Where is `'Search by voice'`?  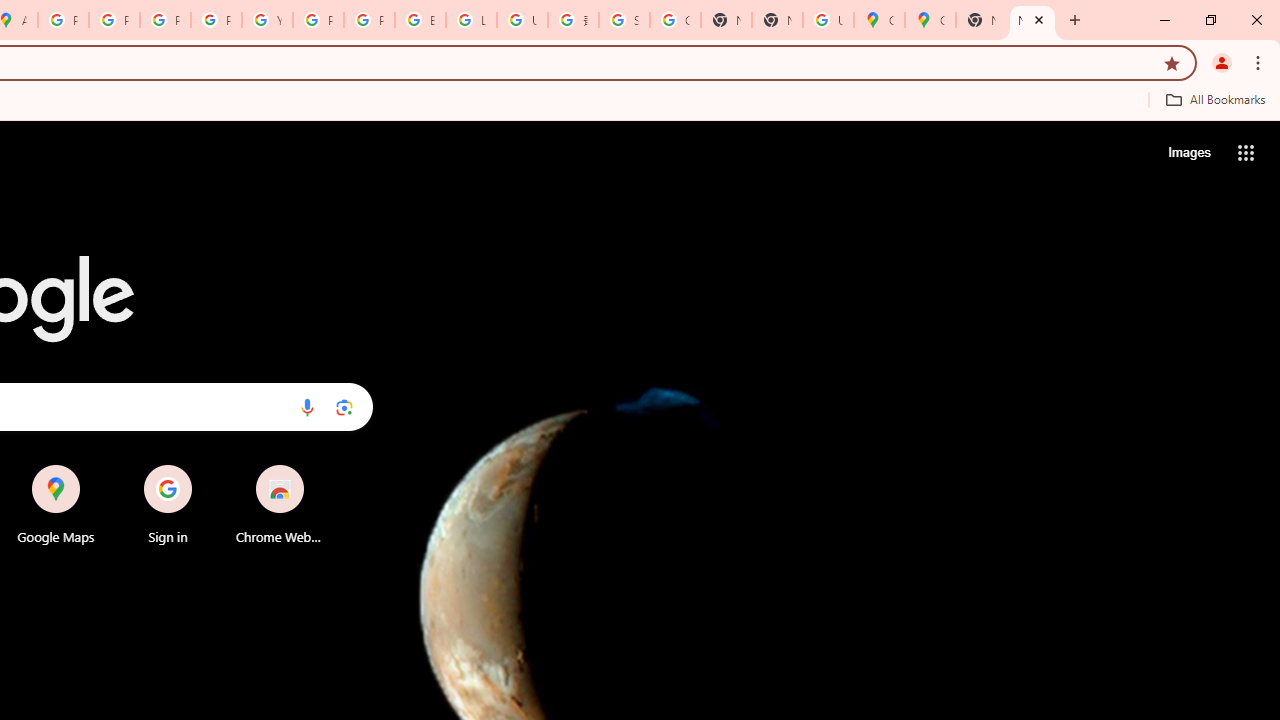
'Search by voice' is located at coordinates (306, 406).